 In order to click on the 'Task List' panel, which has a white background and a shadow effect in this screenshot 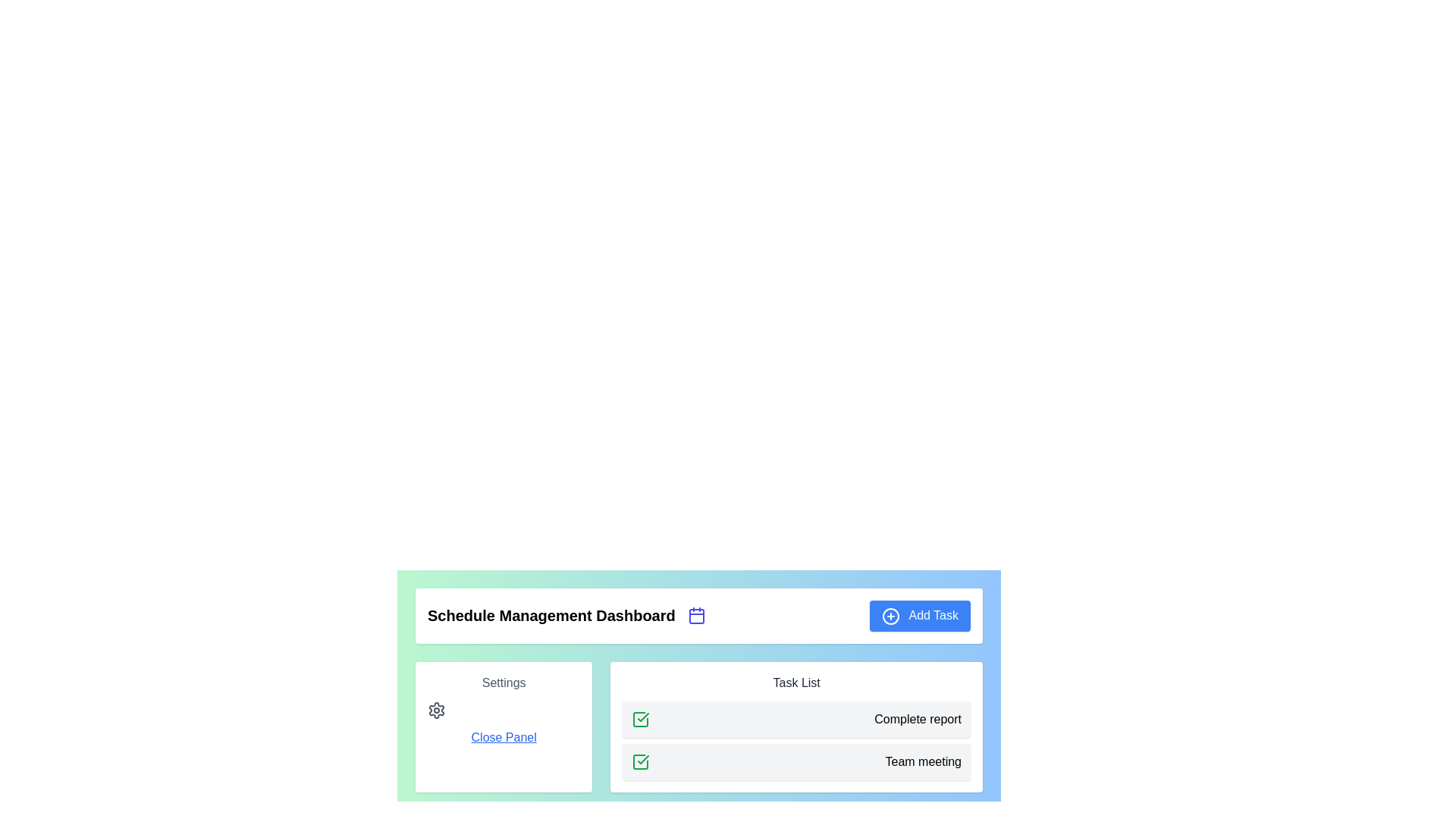, I will do `click(698, 675)`.